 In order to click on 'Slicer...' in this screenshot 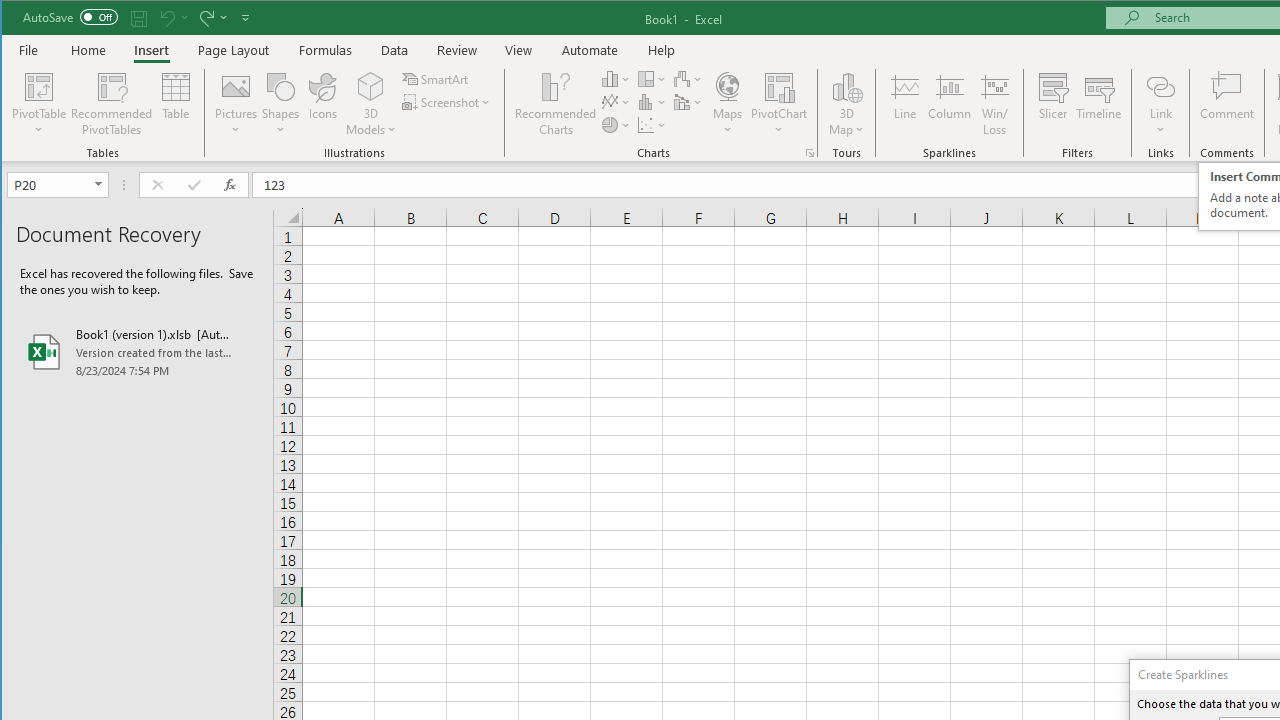, I will do `click(1051, 104)`.